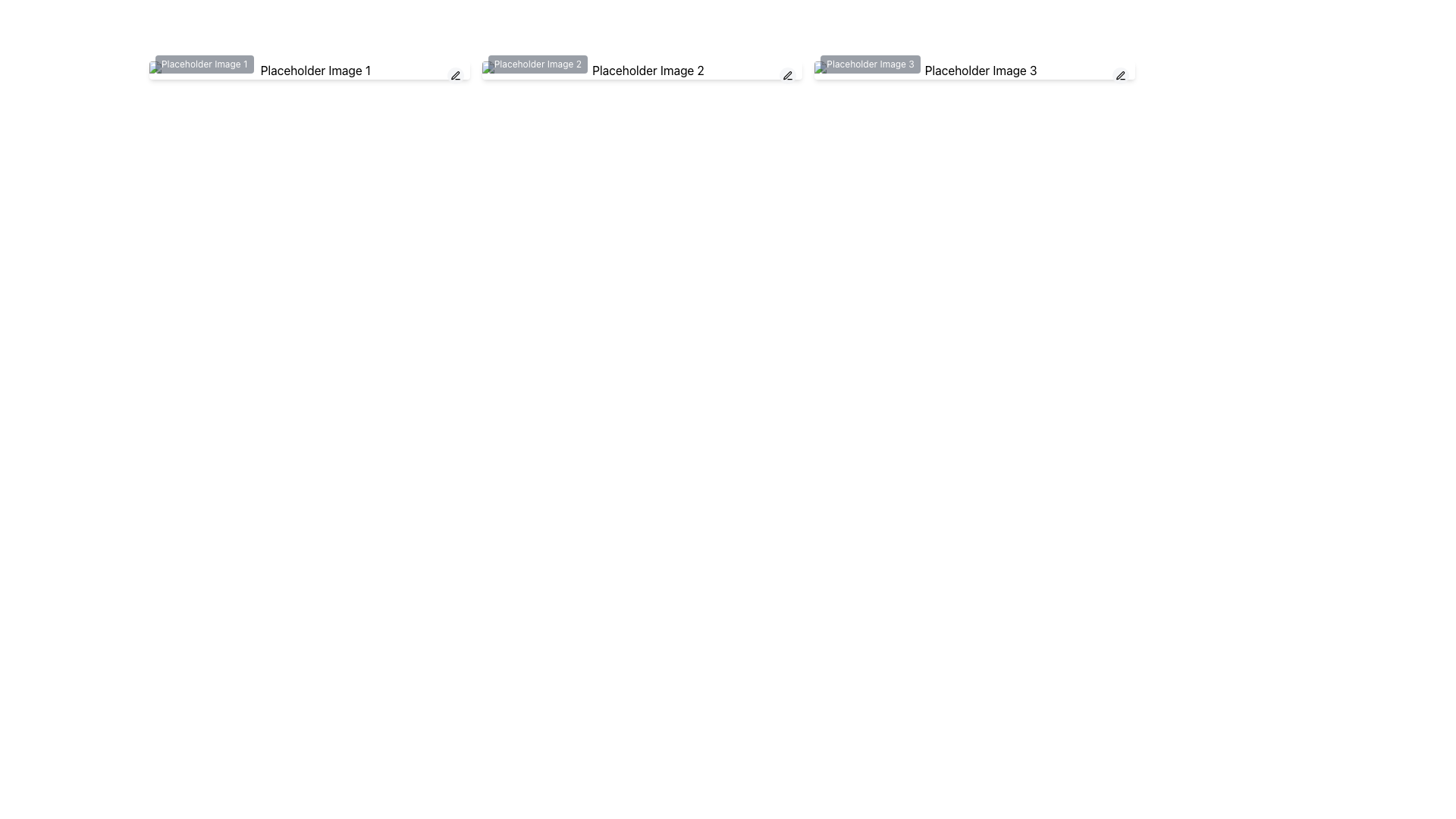 The image size is (1456, 819). What do you see at coordinates (1121, 76) in the screenshot?
I see `the pen icon located at the top-right corner of the card labeled 'Placeholder Image 3' to initiate editing` at bounding box center [1121, 76].